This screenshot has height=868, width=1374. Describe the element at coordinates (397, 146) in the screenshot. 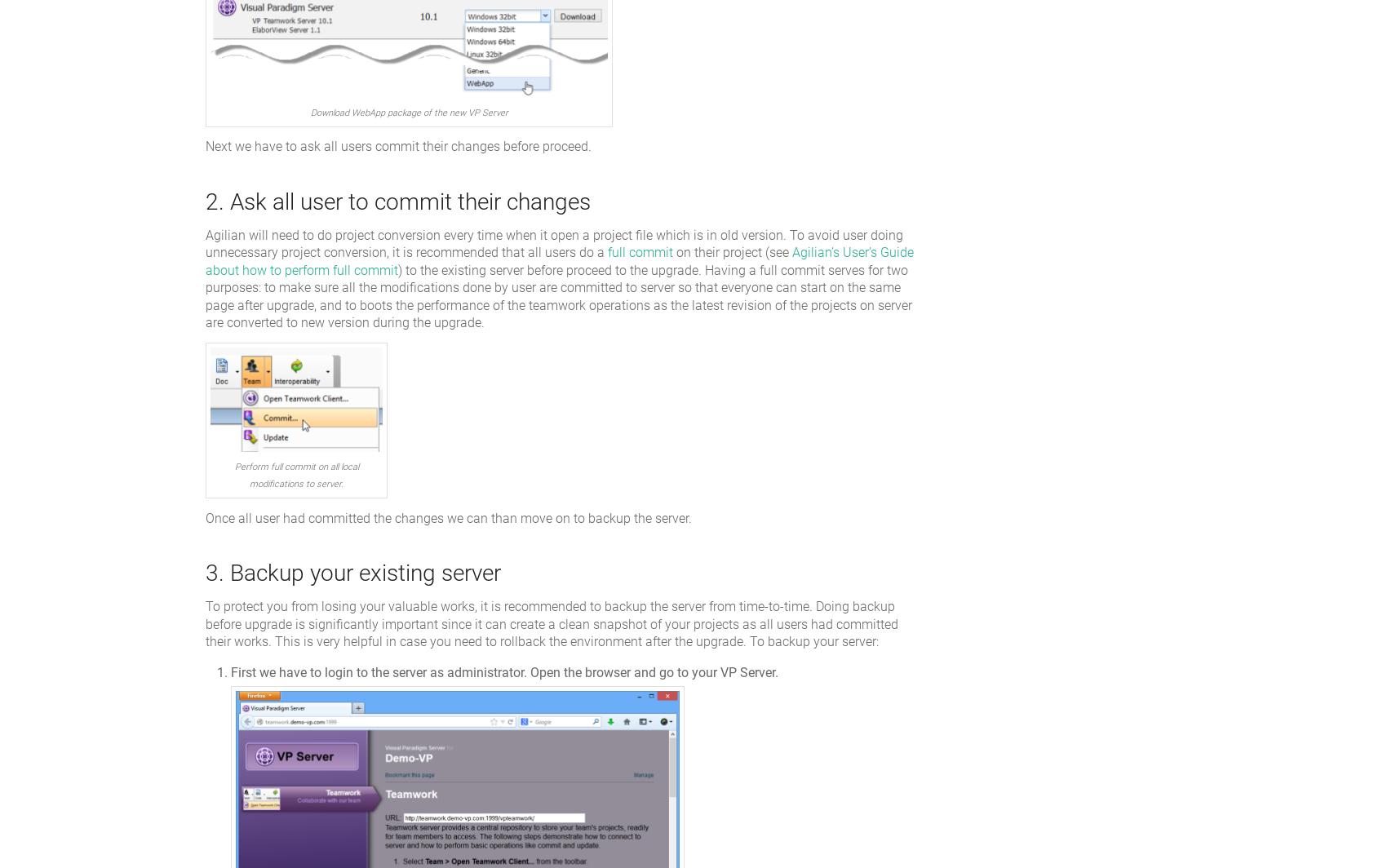

I see `'Next we have to ask all users commit their changes before proceed.'` at that location.